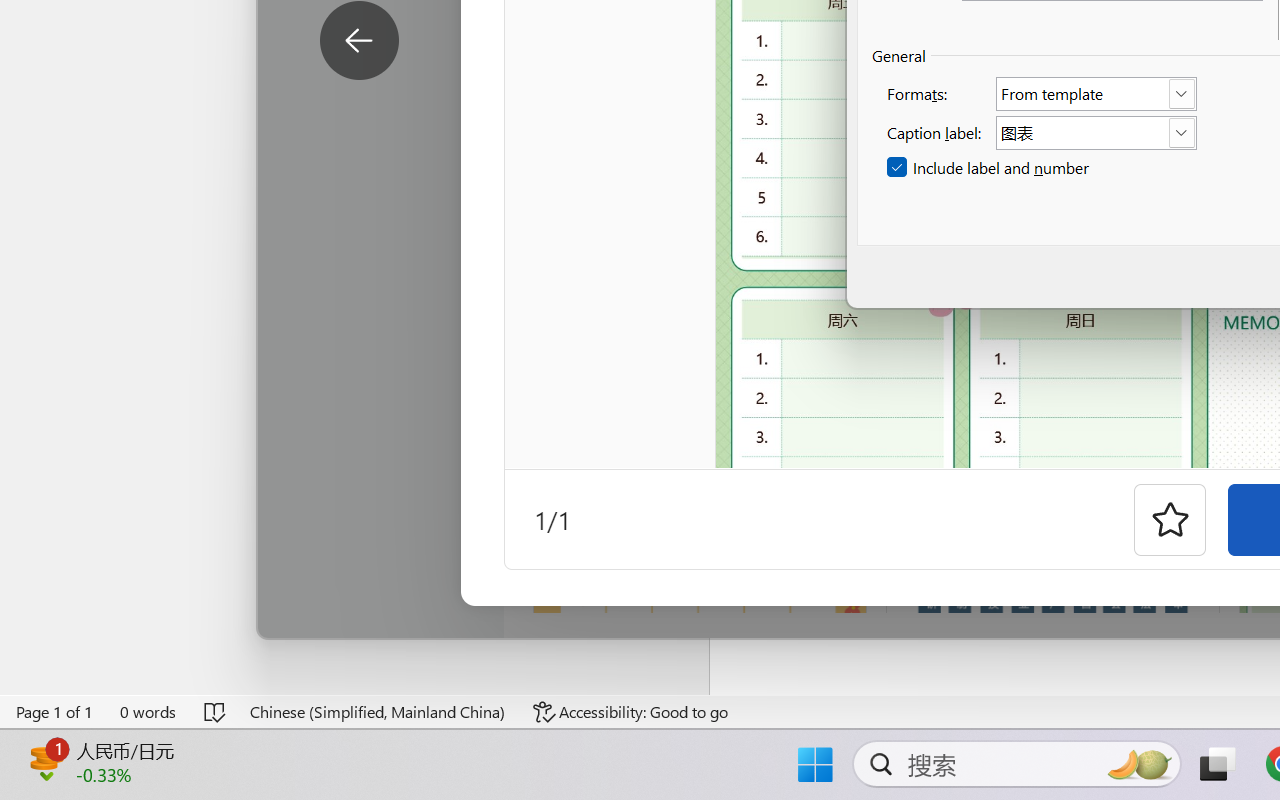 The height and width of the screenshot is (800, 1280). I want to click on 'Language Chinese (Simplified, Mainland China)', so click(378, 711).